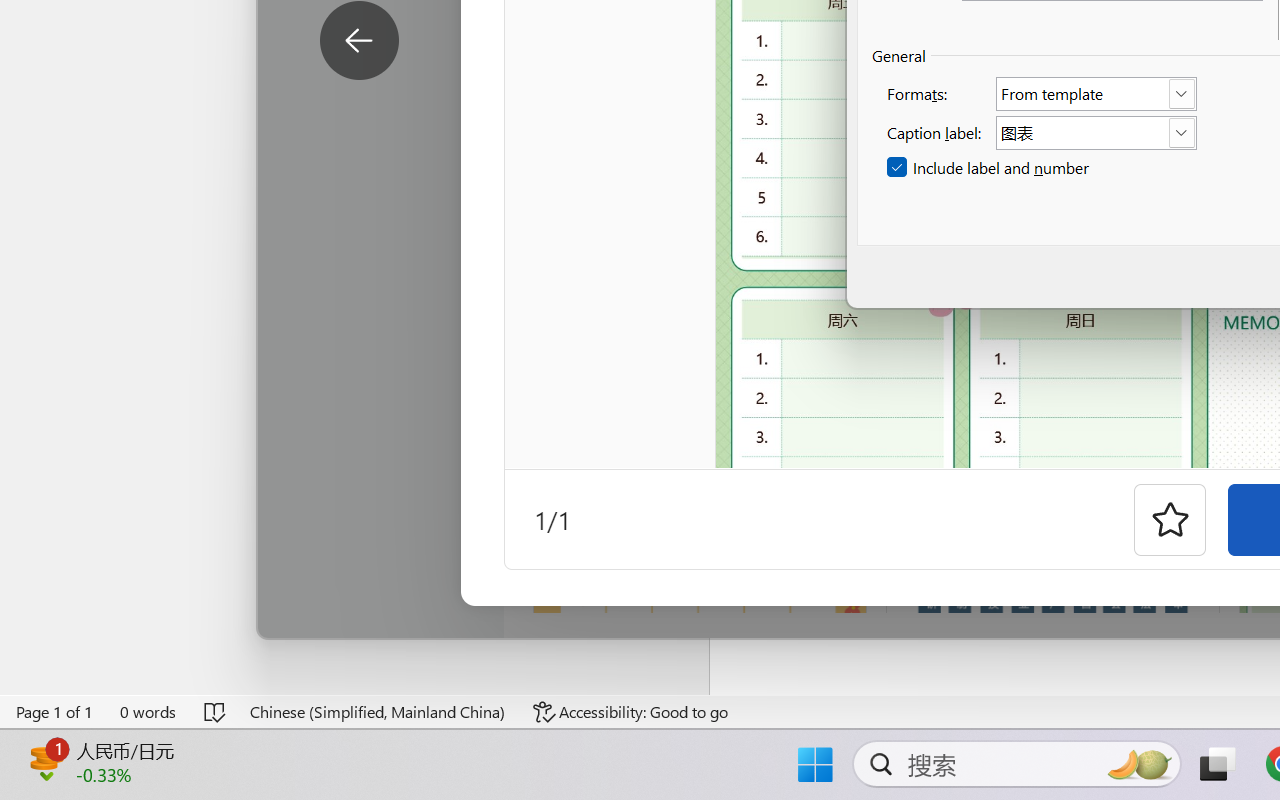 The height and width of the screenshot is (800, 1280). I want to click on 'Language Chinese (Simplified, Mainland China)', so click(378, 711).